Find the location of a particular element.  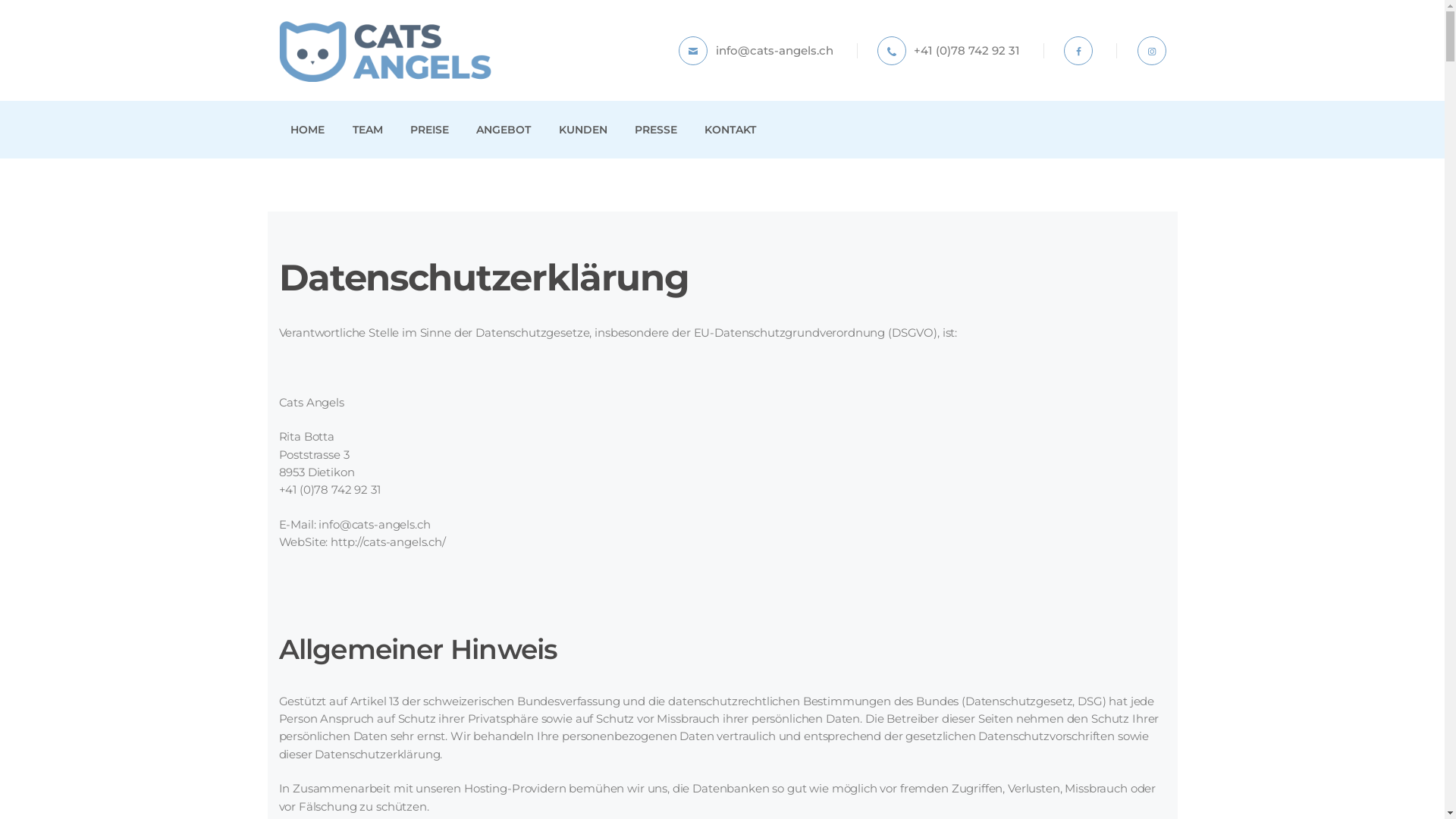

'info@cats-angels.ch' is located at coordinates (756, 49).